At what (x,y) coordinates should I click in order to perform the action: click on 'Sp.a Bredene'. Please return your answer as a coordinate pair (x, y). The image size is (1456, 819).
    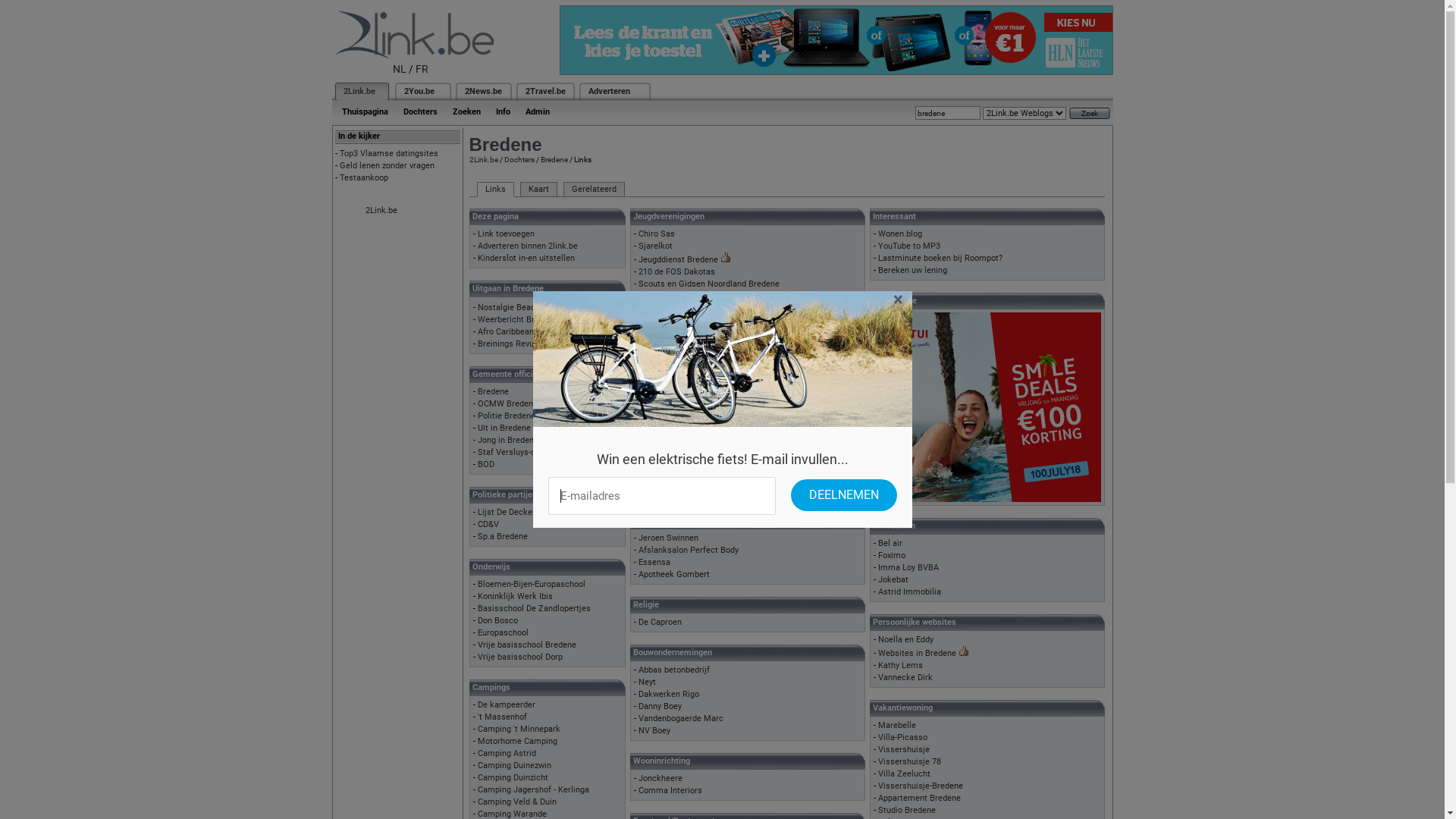
    Looking at the image, I should click on (476, 535).